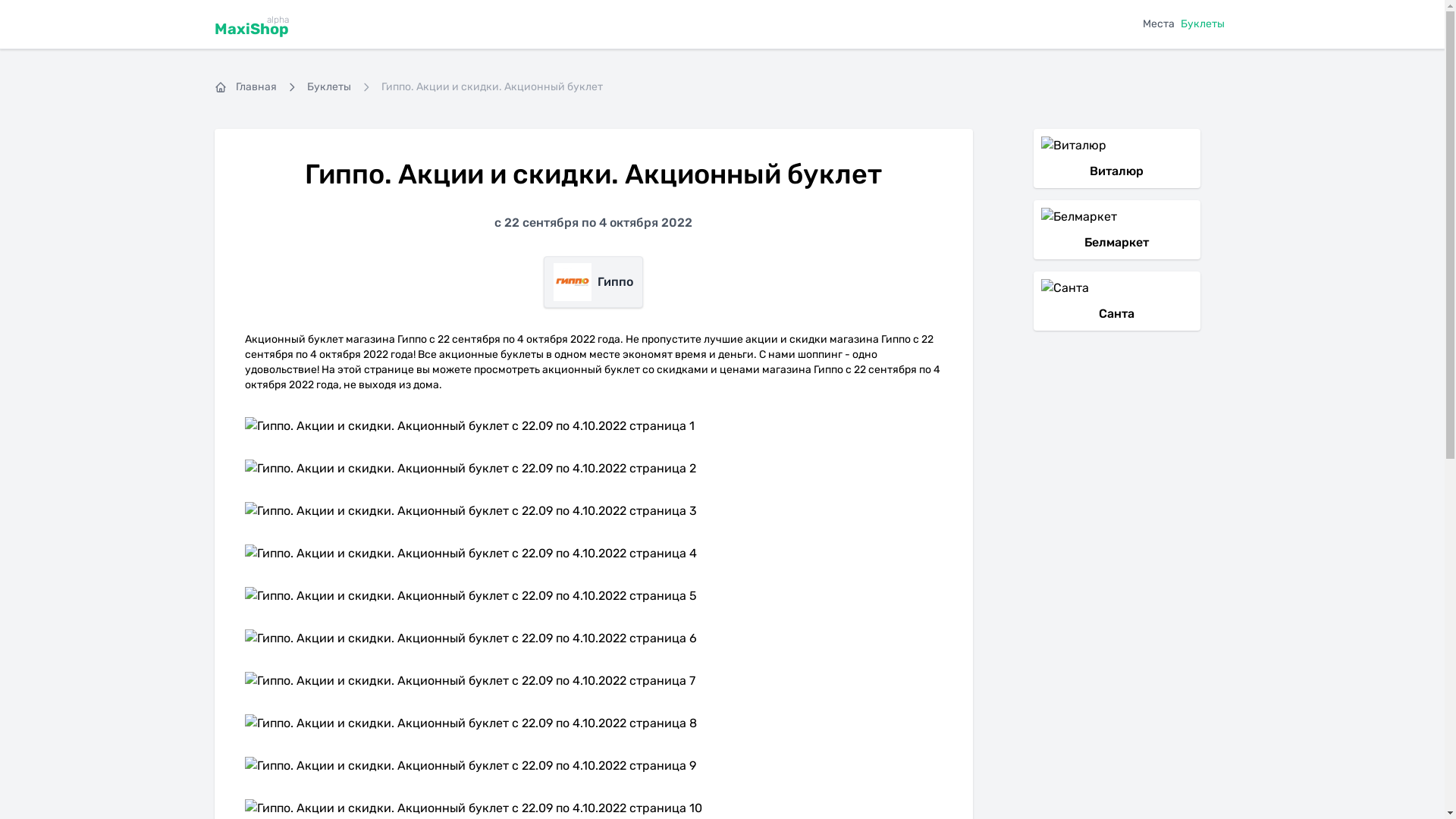  I want to click on 'MaxiShop', so click(251, 29).